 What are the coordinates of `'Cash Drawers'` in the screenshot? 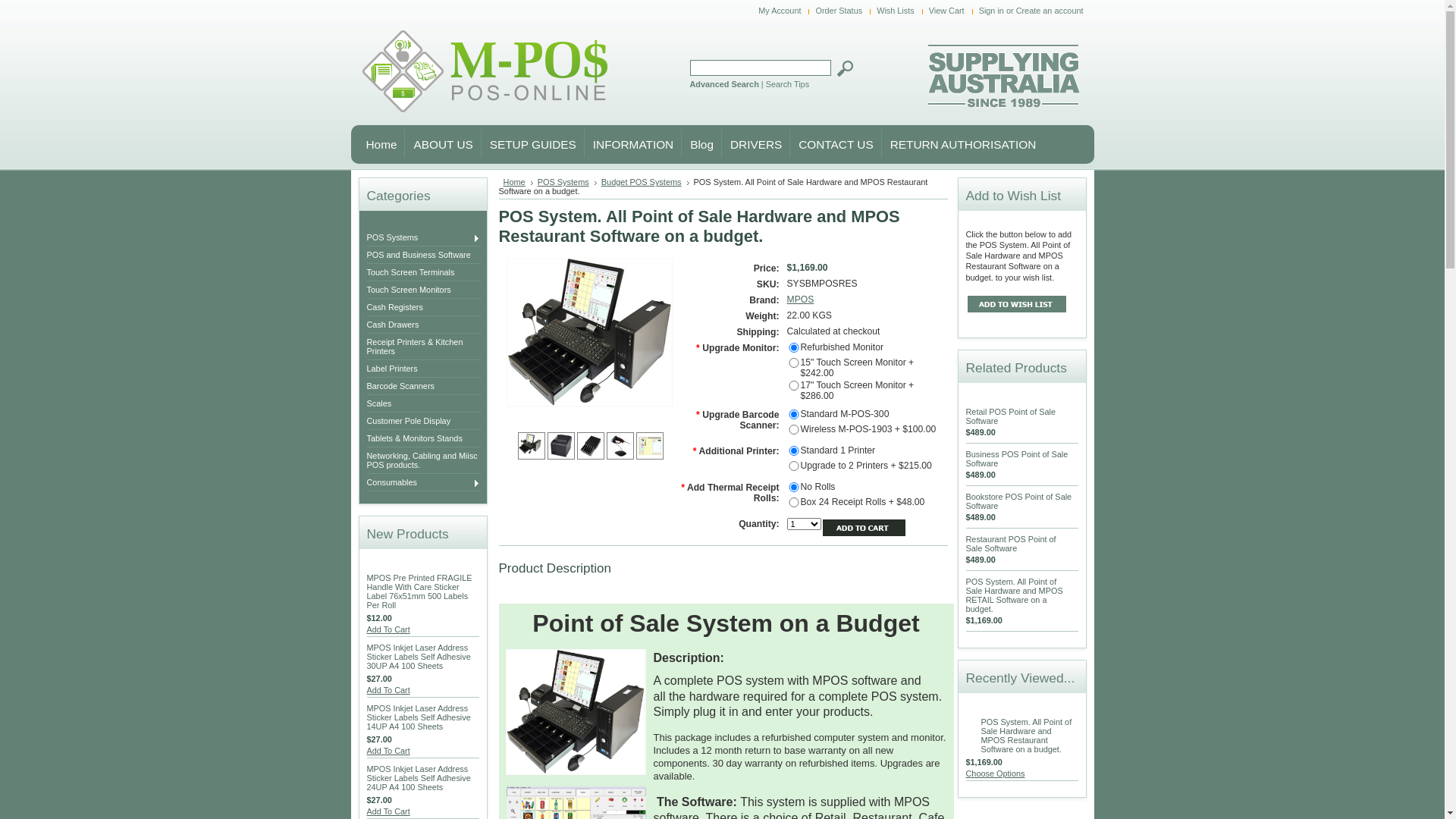 It's located at (425, 324).